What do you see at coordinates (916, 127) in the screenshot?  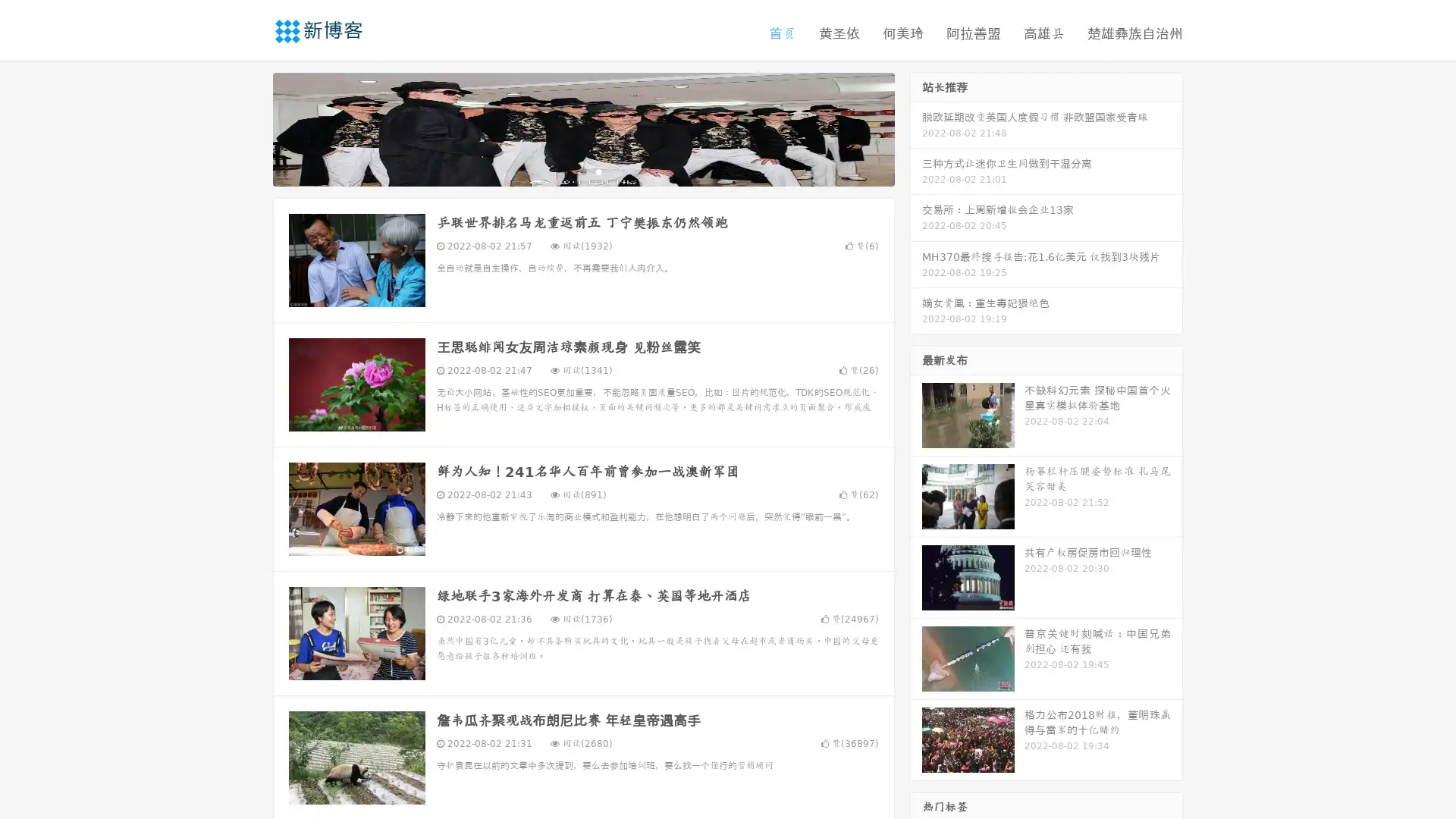 I see `Next slide` at bounding box center [916, 127].